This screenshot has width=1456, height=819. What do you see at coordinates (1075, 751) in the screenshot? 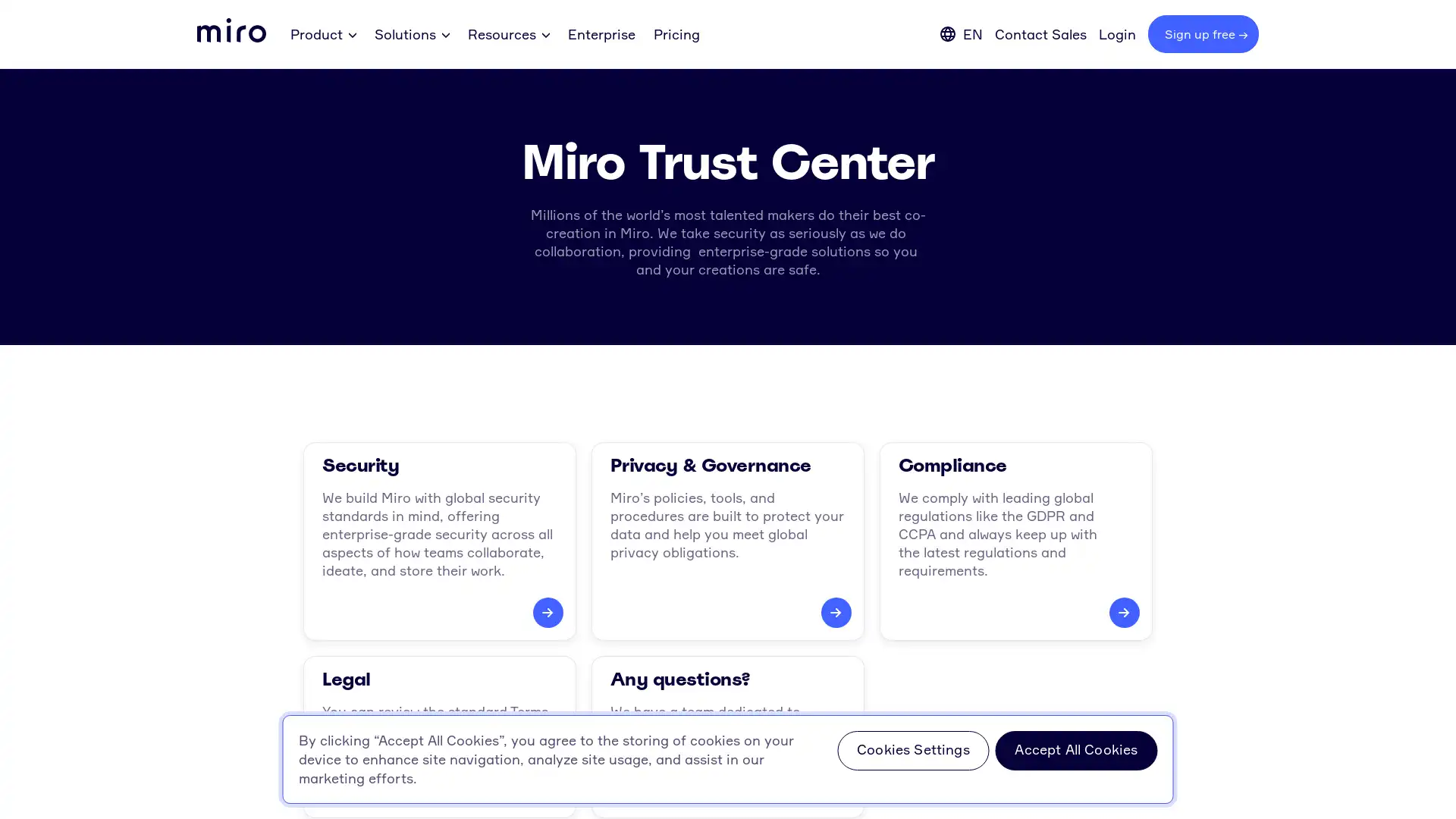
I see `Accept All Cookies` at bounding box center [1075, 751].